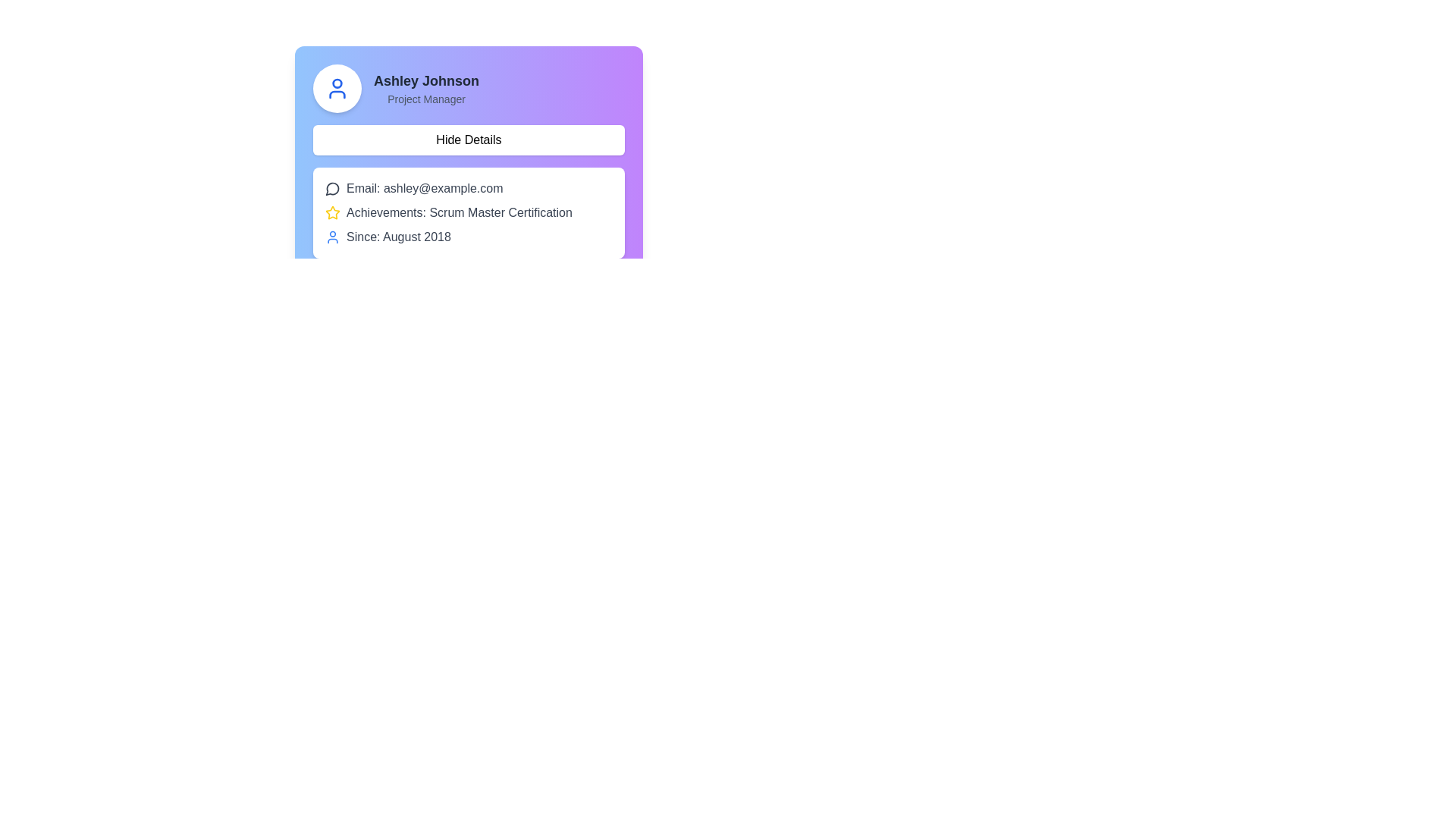 Image resolution: width=1456 pixels, height=819 pixels. What do you see at coordinates (331, 212) in the screenshot?
I see `the star icon that represents an achievement highlight related to the user's profile, specifically emphasizing a certification or award, located next to the text label stating 'Achievements: Scrum Master Certification'` at bounding box center [331, 212].